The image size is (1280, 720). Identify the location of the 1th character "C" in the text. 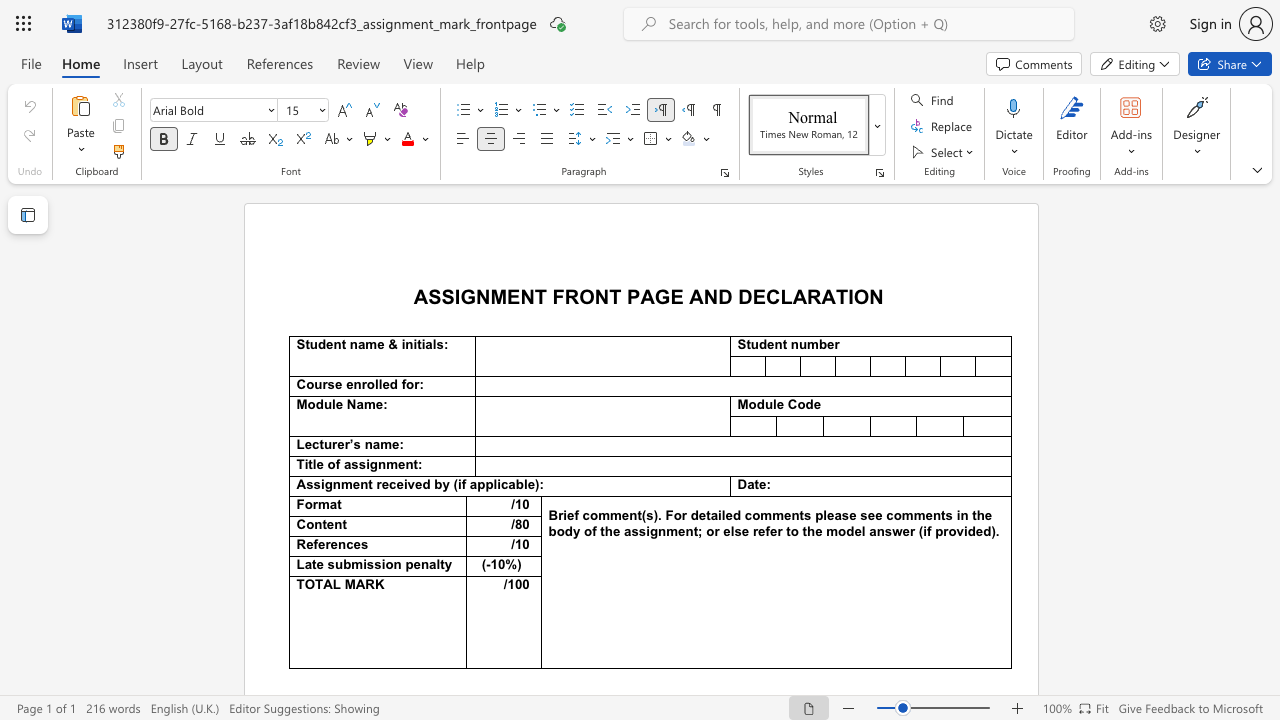
(772, 296).